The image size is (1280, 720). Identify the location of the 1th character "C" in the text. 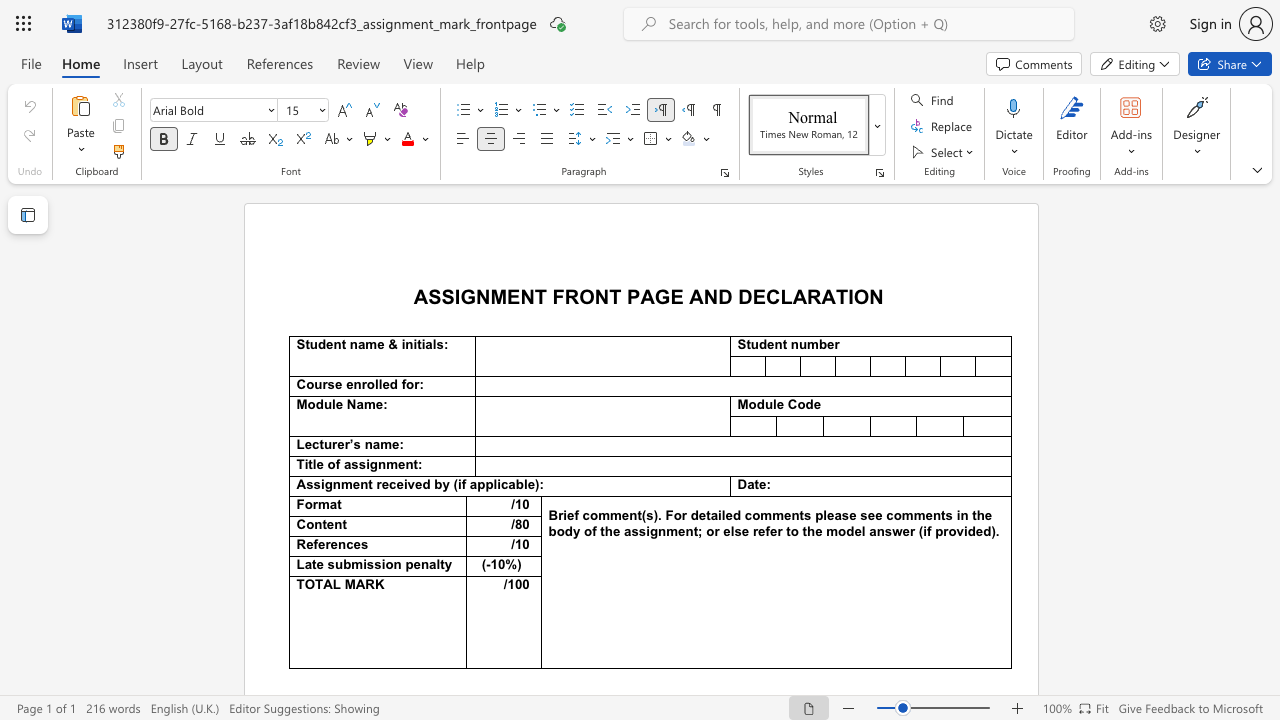
(772, 296).